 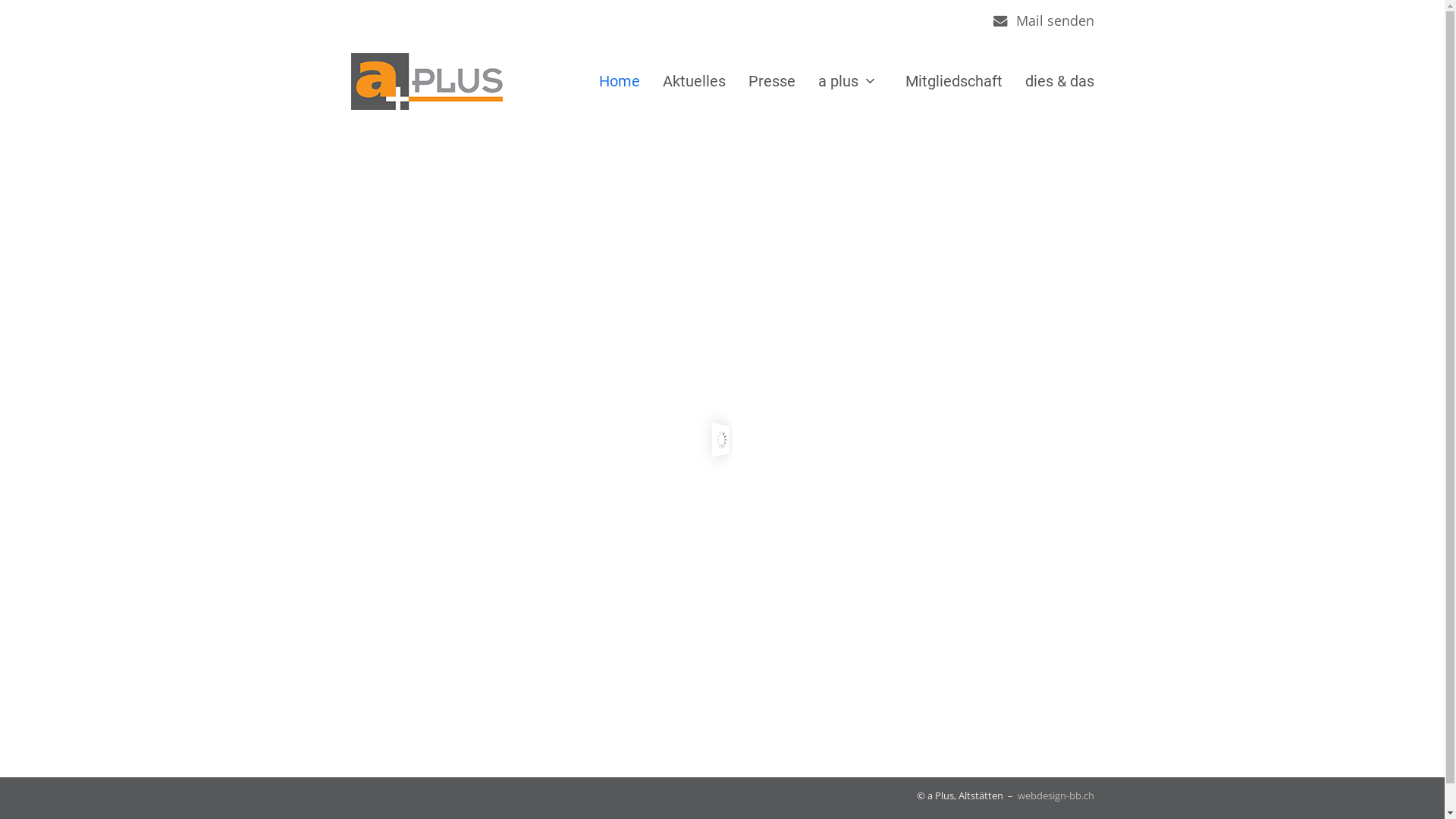 I want to click on 'Mitgliedschaft', so click(x=952, y=81).